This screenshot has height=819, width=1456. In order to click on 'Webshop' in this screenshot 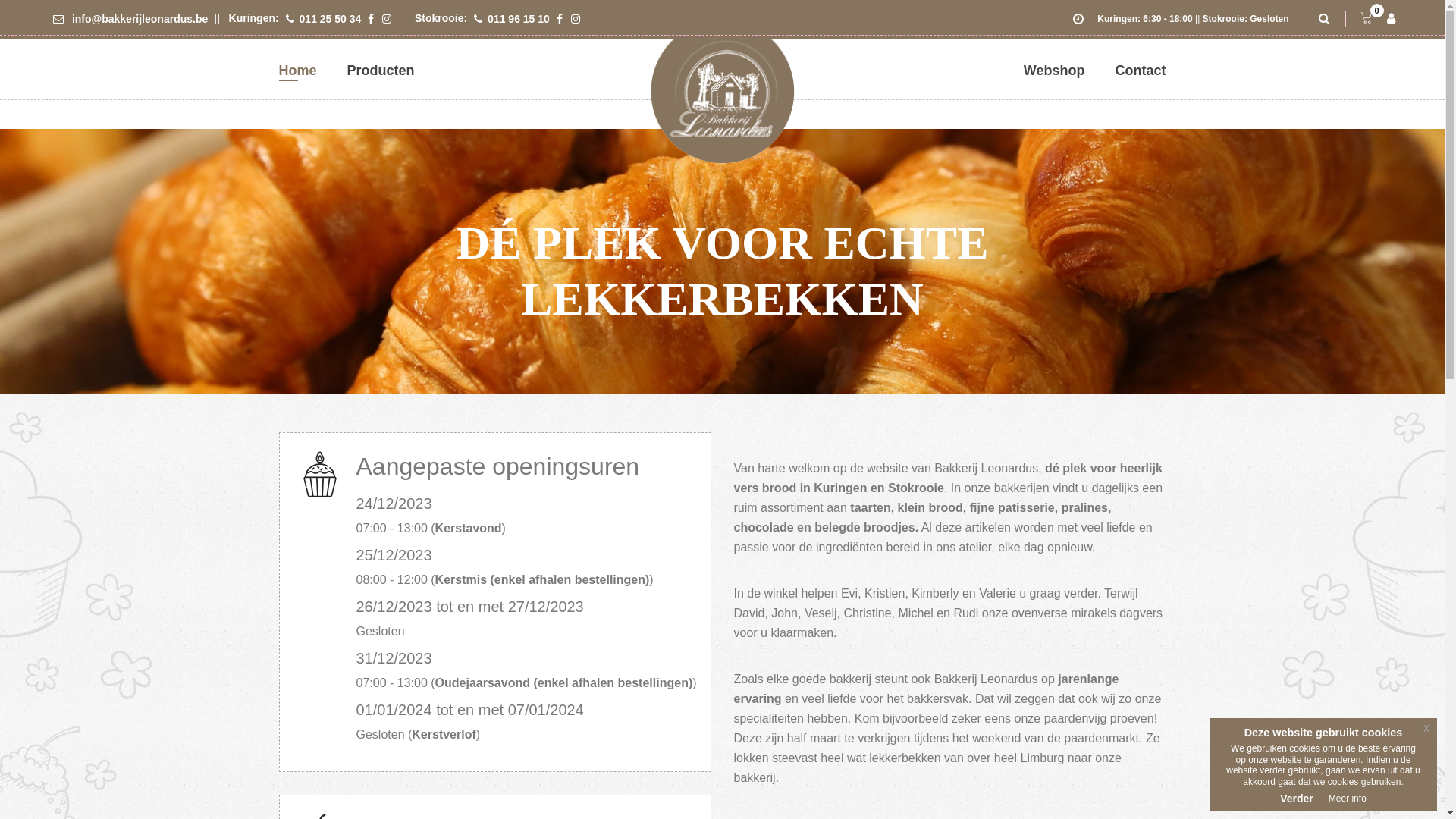, I will do `click(1023, 70)`.